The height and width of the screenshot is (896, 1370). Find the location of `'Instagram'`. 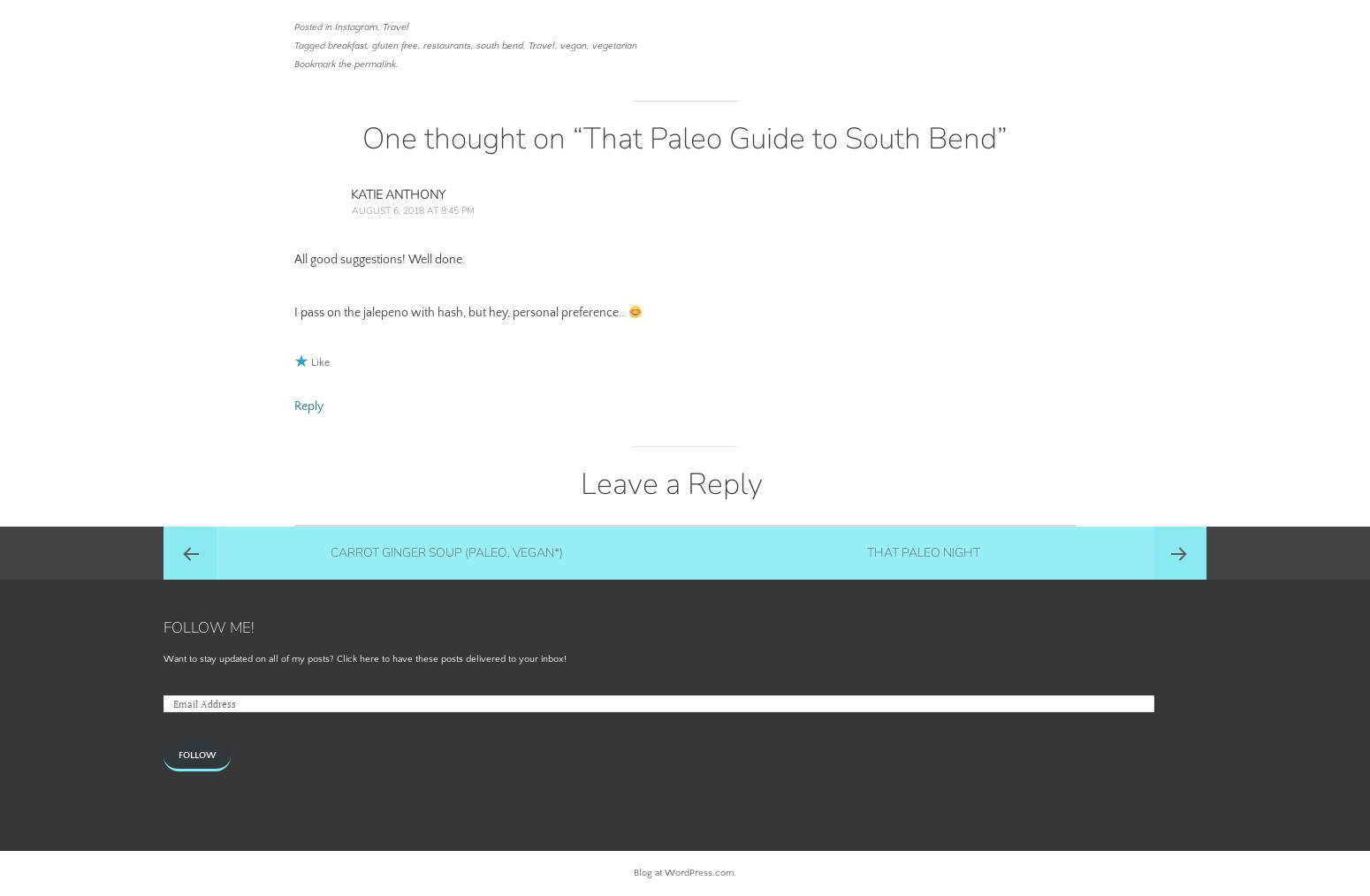

'Instagram' is located at coordinates (355, 26).